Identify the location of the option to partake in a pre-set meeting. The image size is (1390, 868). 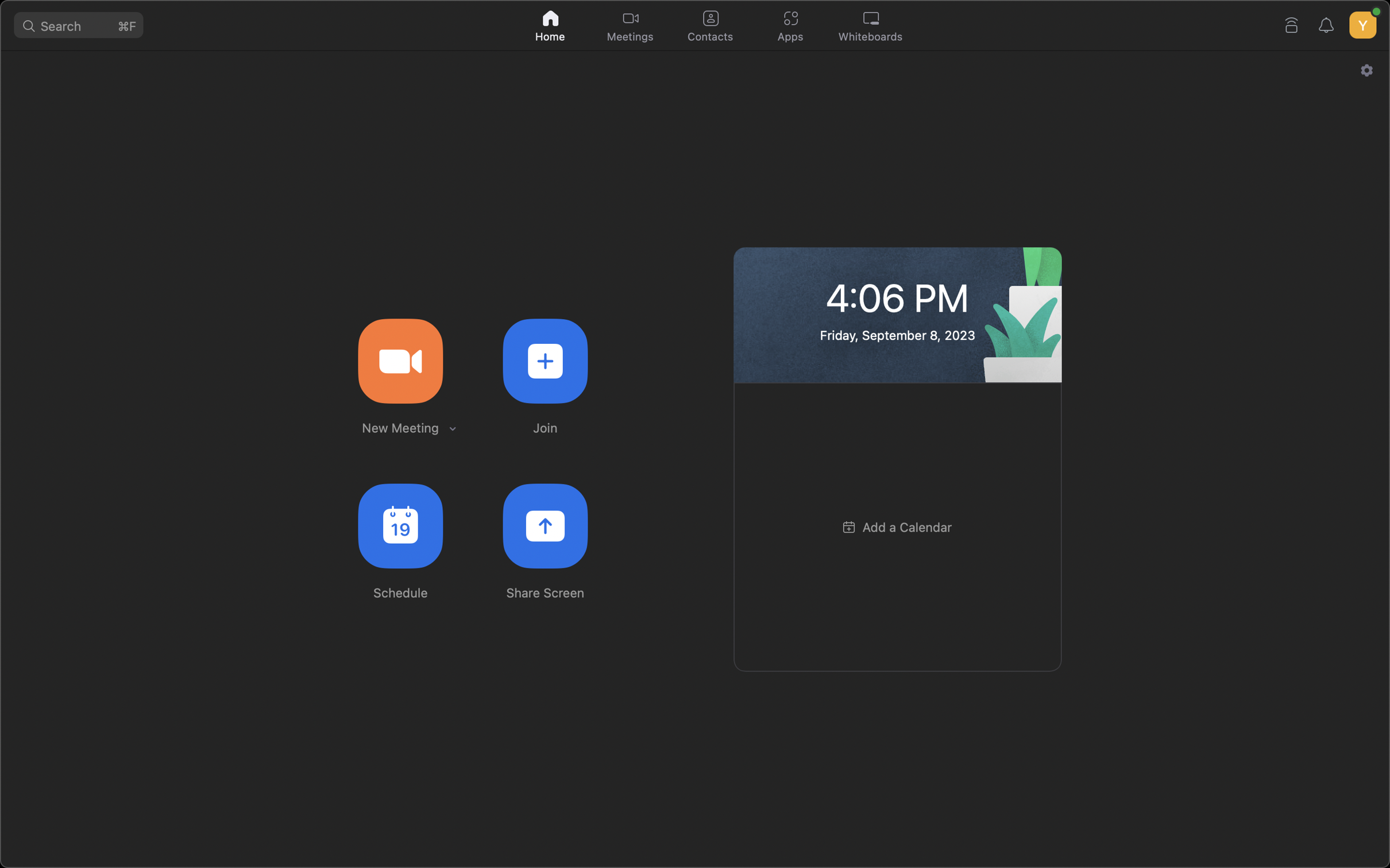
(545, 359).